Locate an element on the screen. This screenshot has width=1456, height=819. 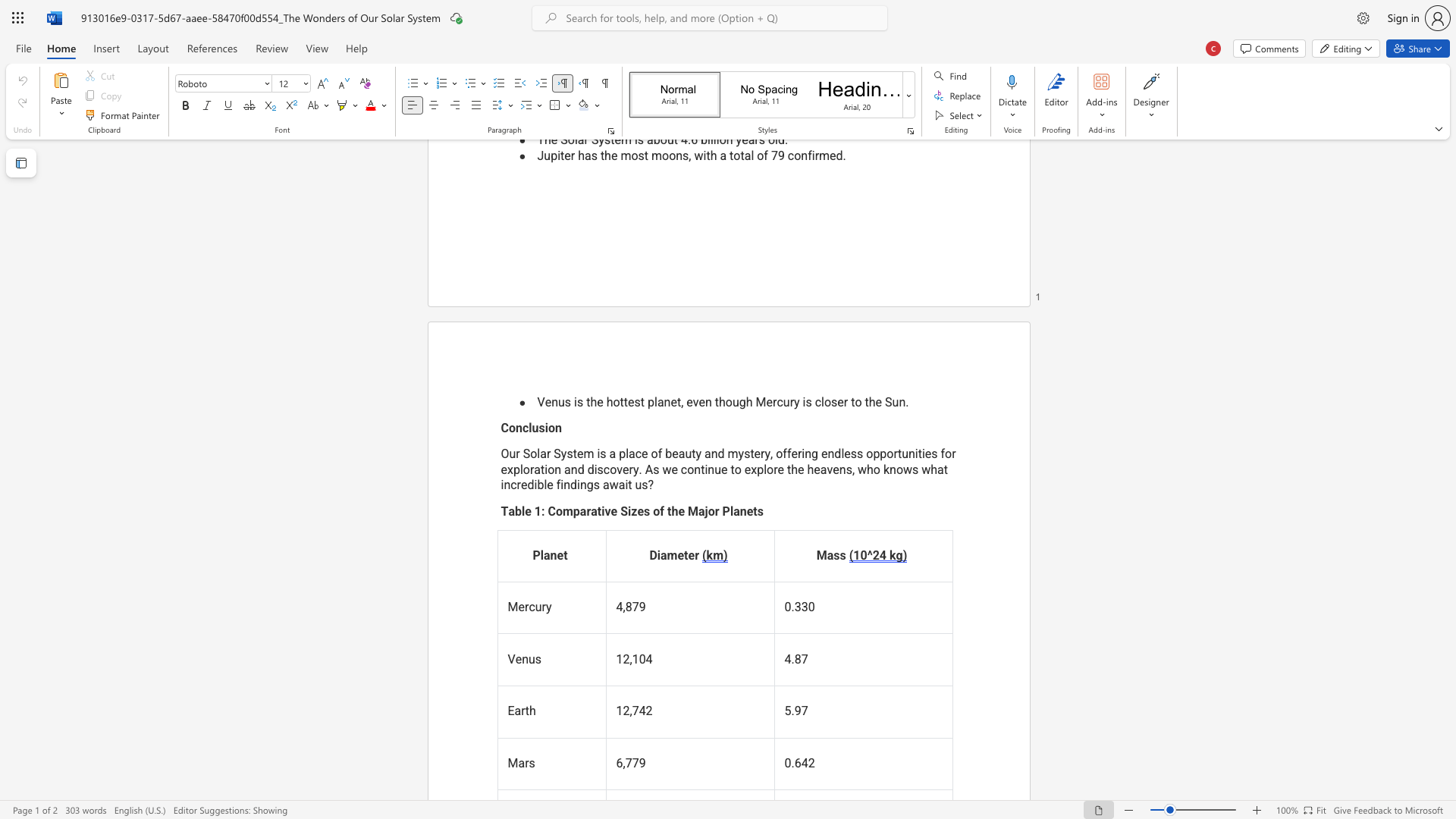
the 1th character "t" in the text is located at coordinates (598, 511).